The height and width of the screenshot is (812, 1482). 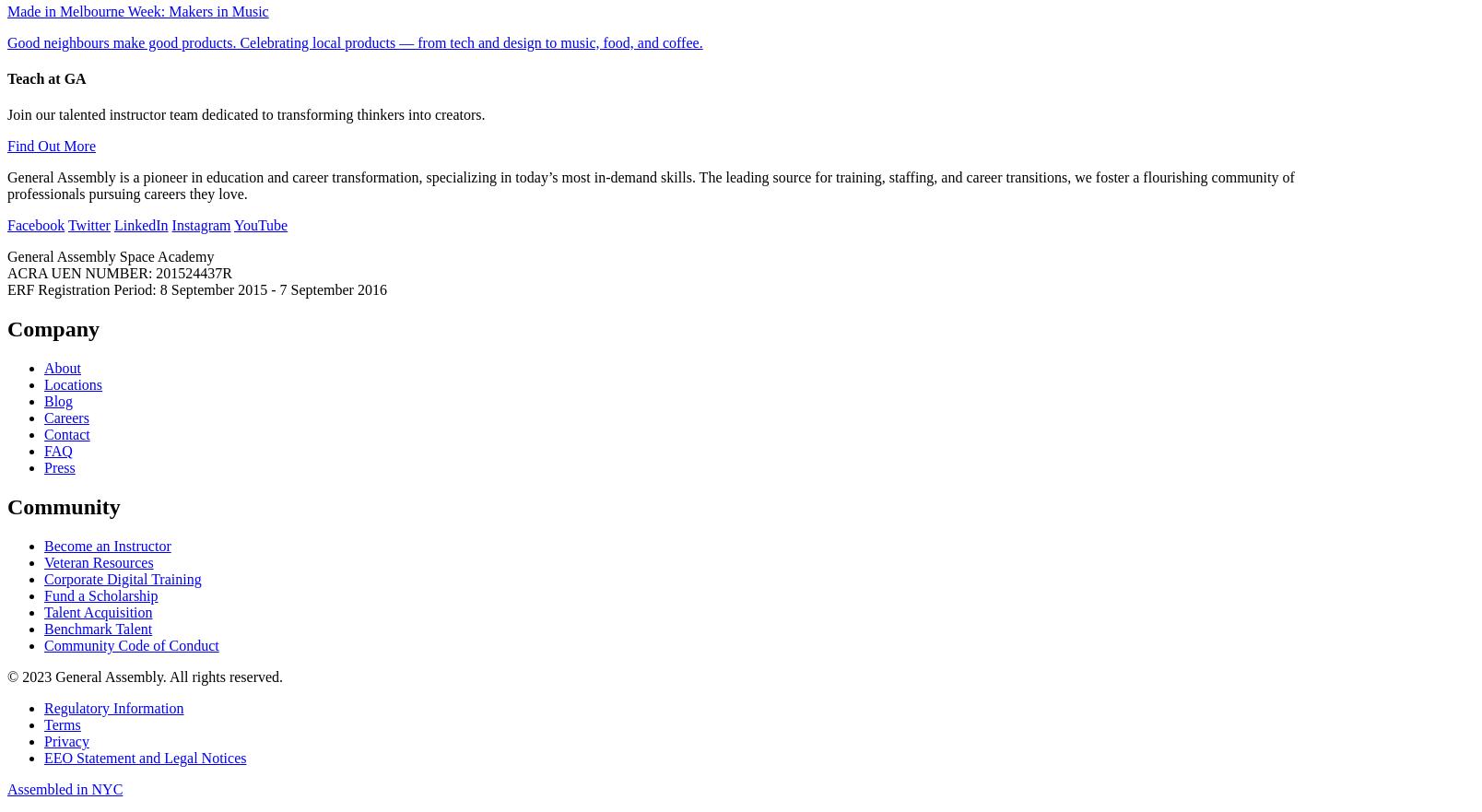 I want to click on 'ERF Registration Period: 8 September 2015 - 7 September 2016', so click(x=196, y=289).